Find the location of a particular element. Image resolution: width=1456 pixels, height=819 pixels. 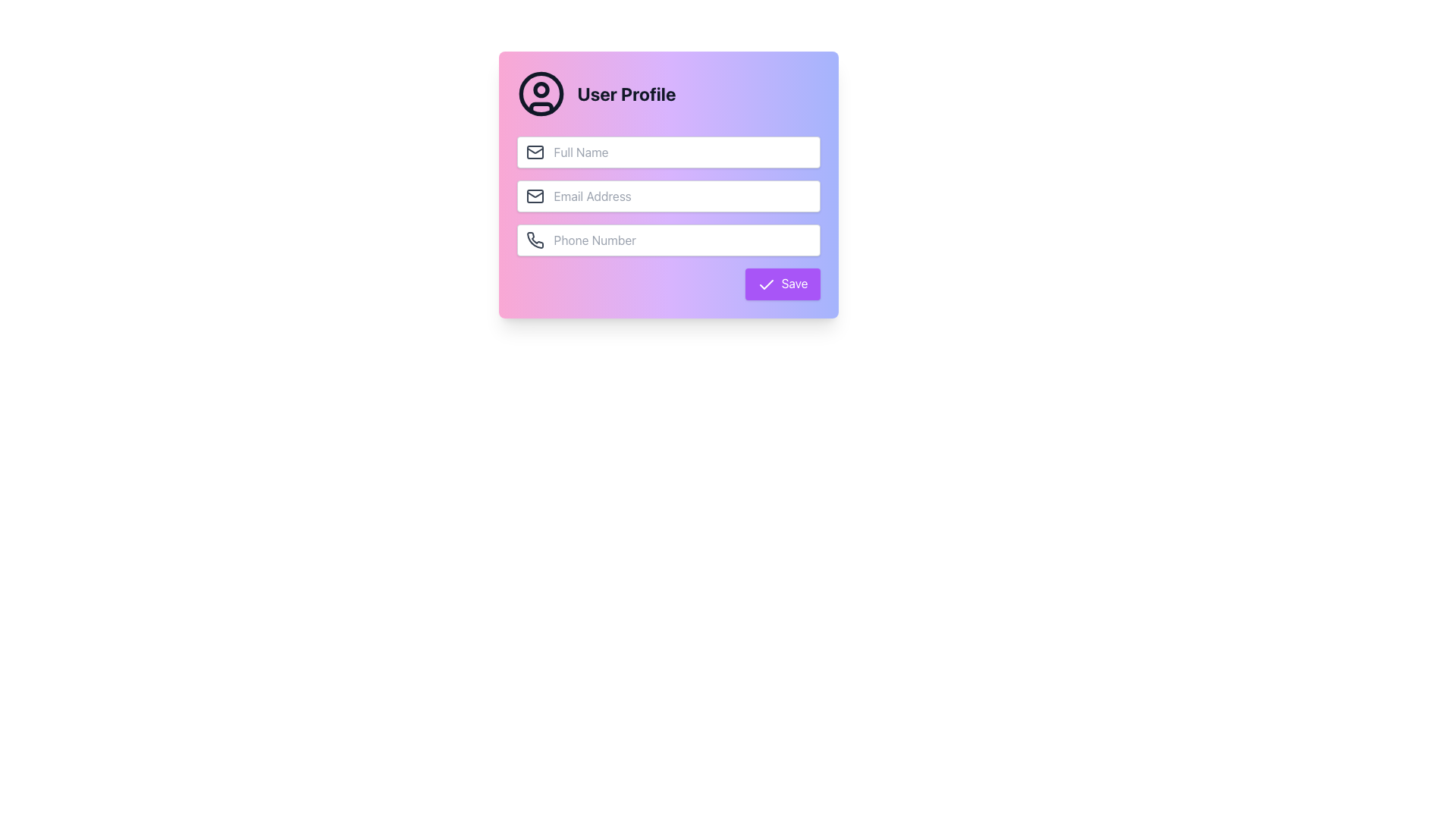

the phone icon in the 'User Profile' form, which is dark gray and located to the left of the 'Phone Number' input field is located at coordinates (535, 239).